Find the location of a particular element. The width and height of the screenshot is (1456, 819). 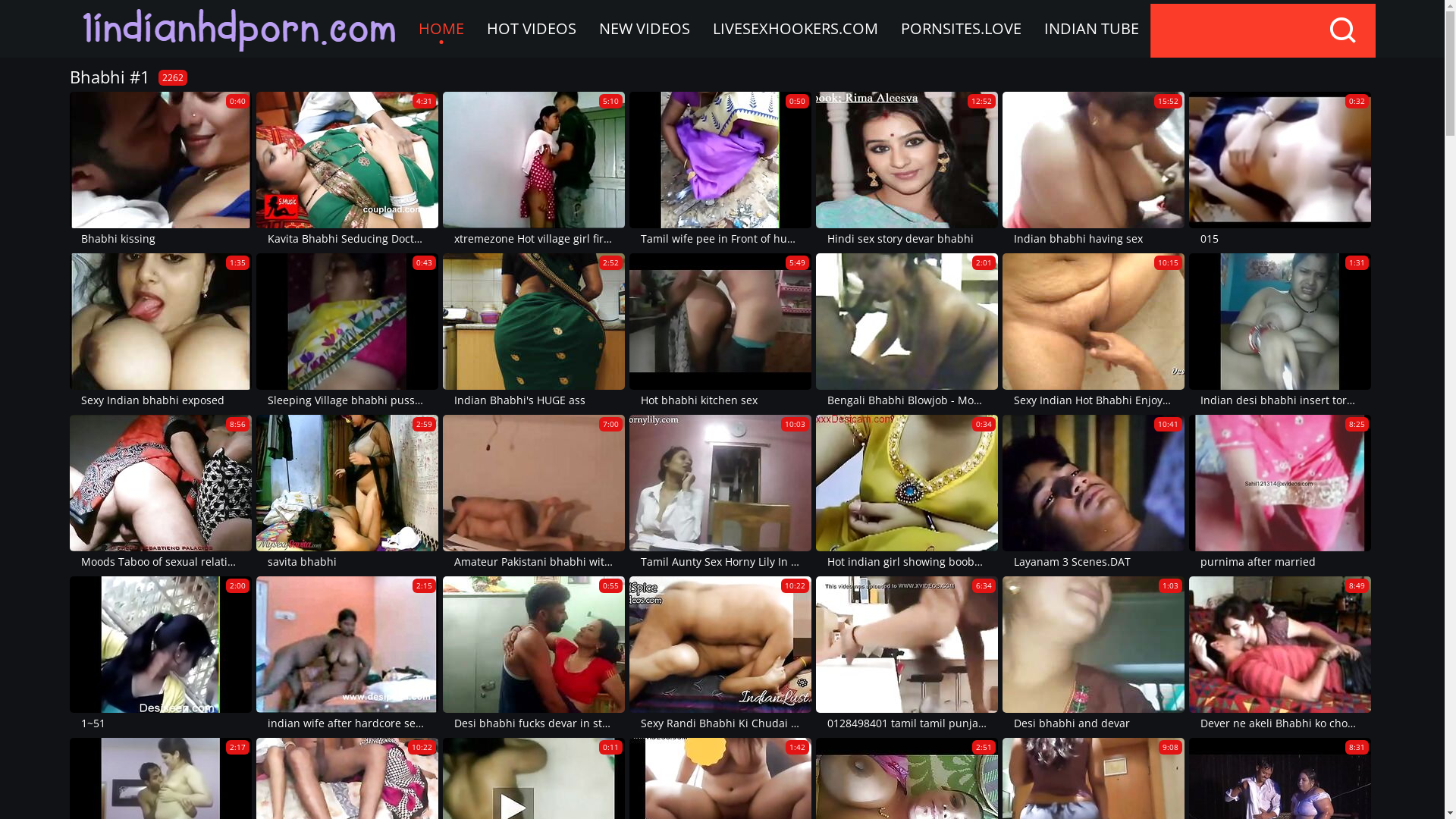

'INDIAN TUBE' is located at coordinates (1090, 29).